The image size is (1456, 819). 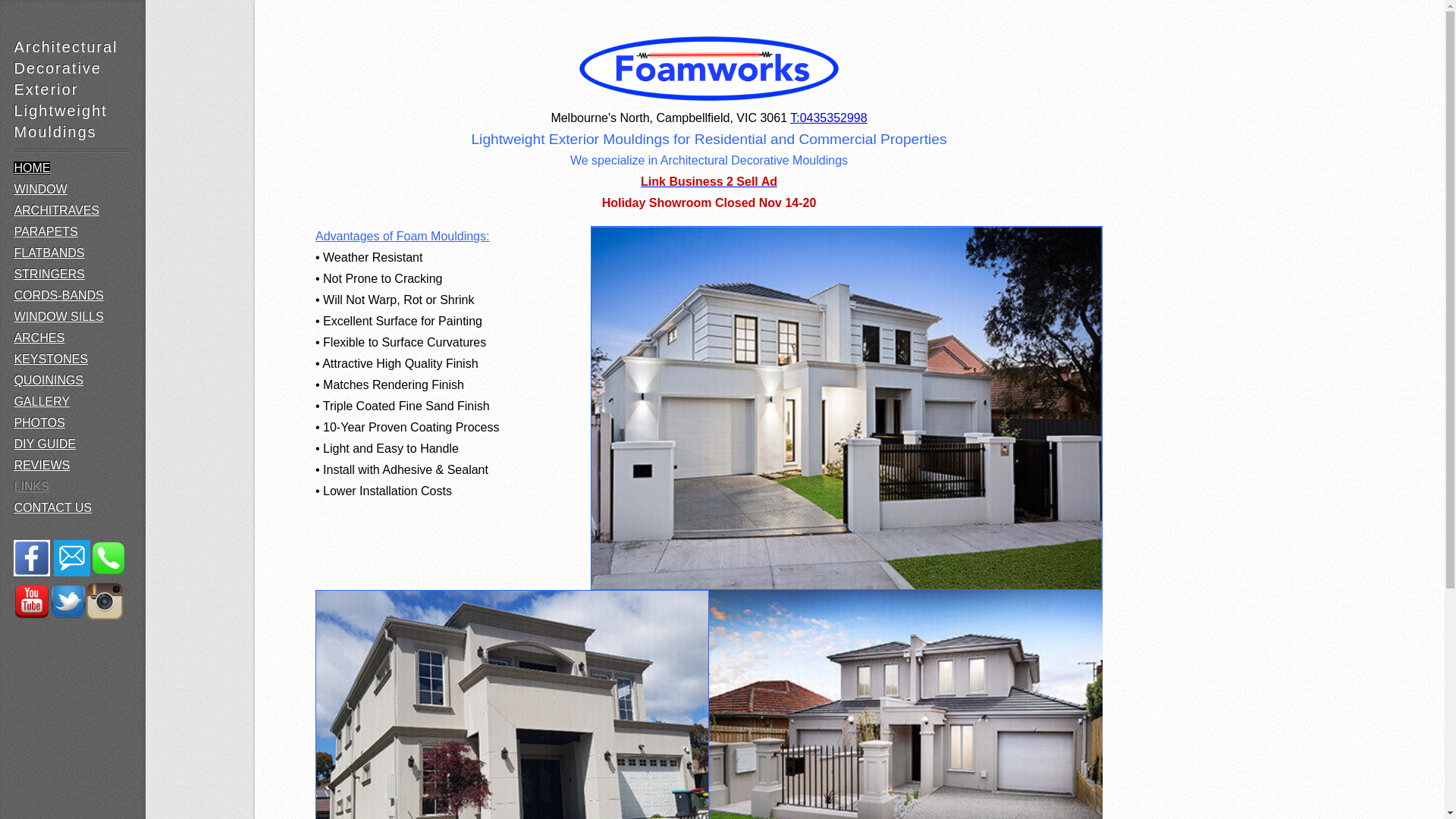 What do you see at coordinates (44, 444) in the screenshot?
I see `'DIY GUIDE'` at bounding box center [44, 444].